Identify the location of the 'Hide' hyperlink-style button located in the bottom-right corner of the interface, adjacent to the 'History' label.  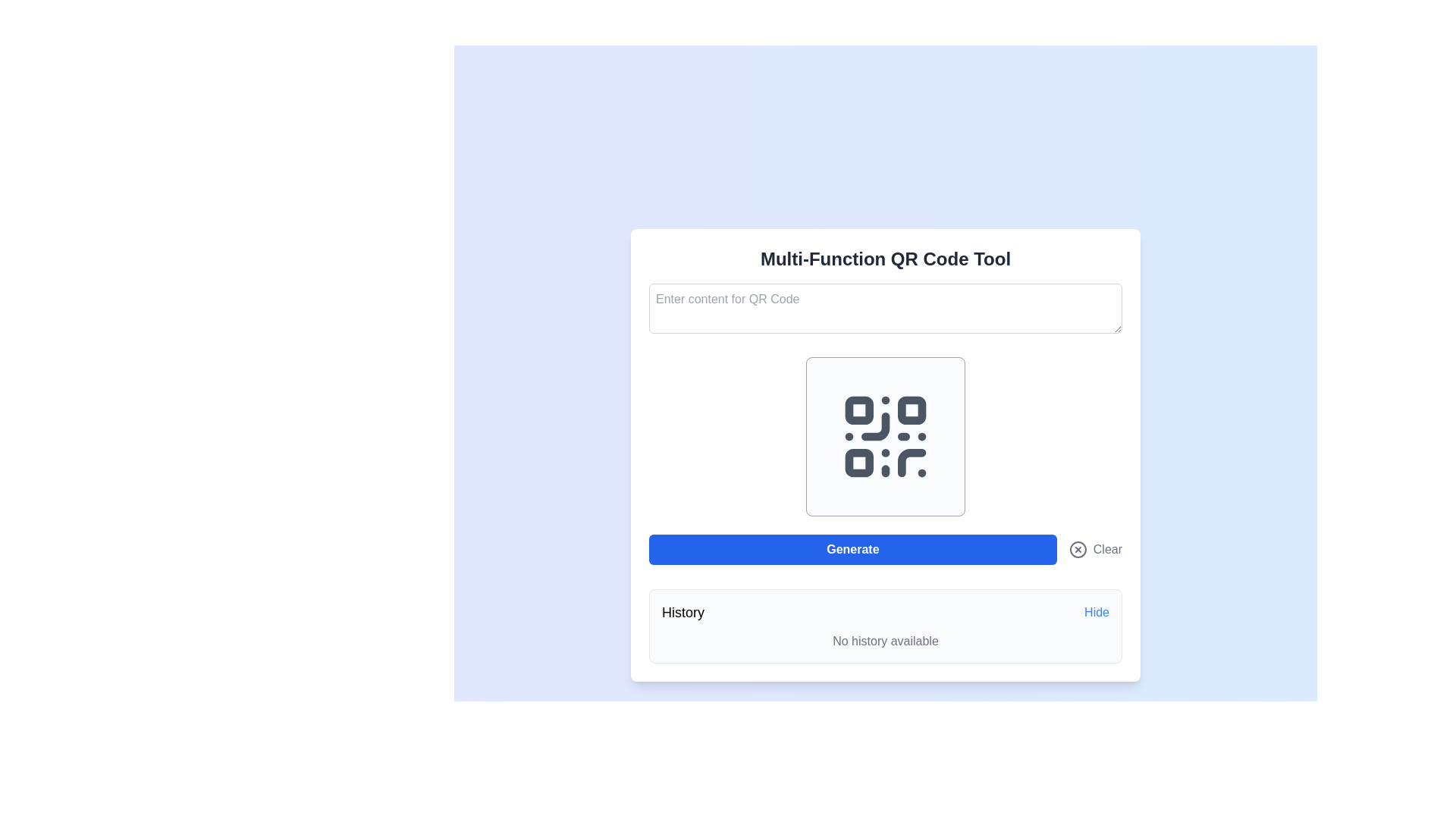
(1097, 611).